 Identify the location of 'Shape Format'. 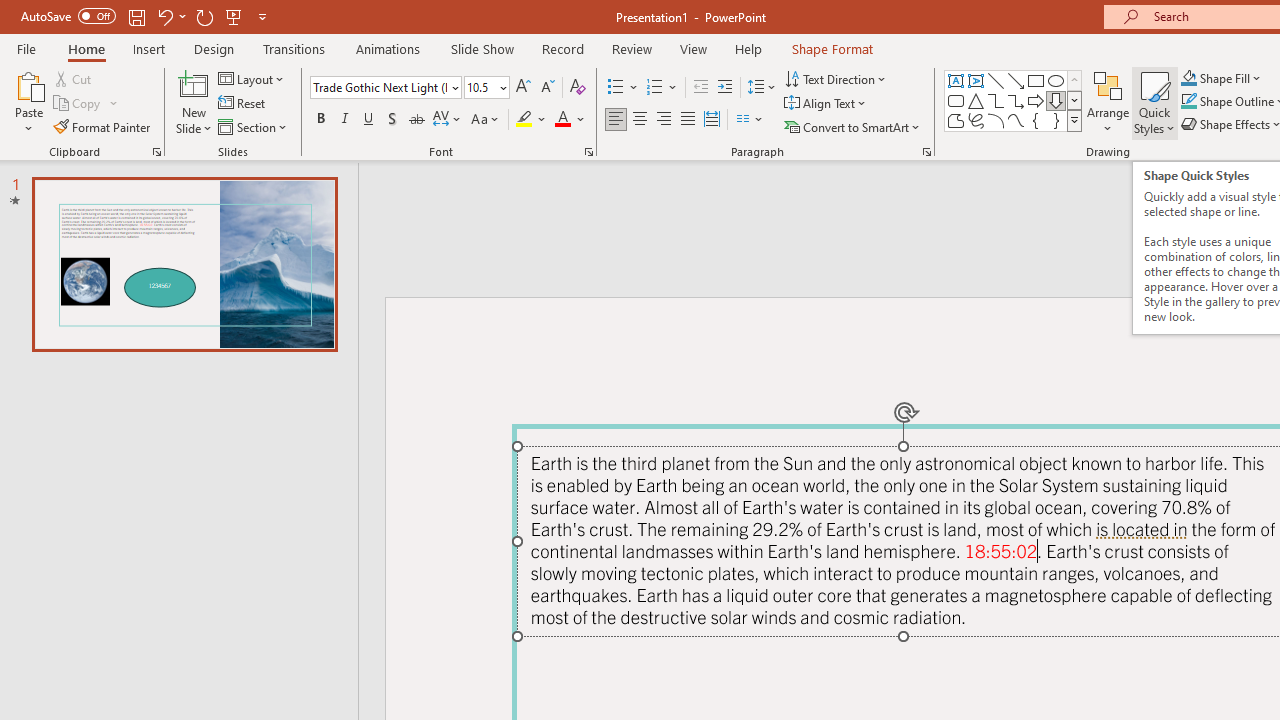
(832, 48).